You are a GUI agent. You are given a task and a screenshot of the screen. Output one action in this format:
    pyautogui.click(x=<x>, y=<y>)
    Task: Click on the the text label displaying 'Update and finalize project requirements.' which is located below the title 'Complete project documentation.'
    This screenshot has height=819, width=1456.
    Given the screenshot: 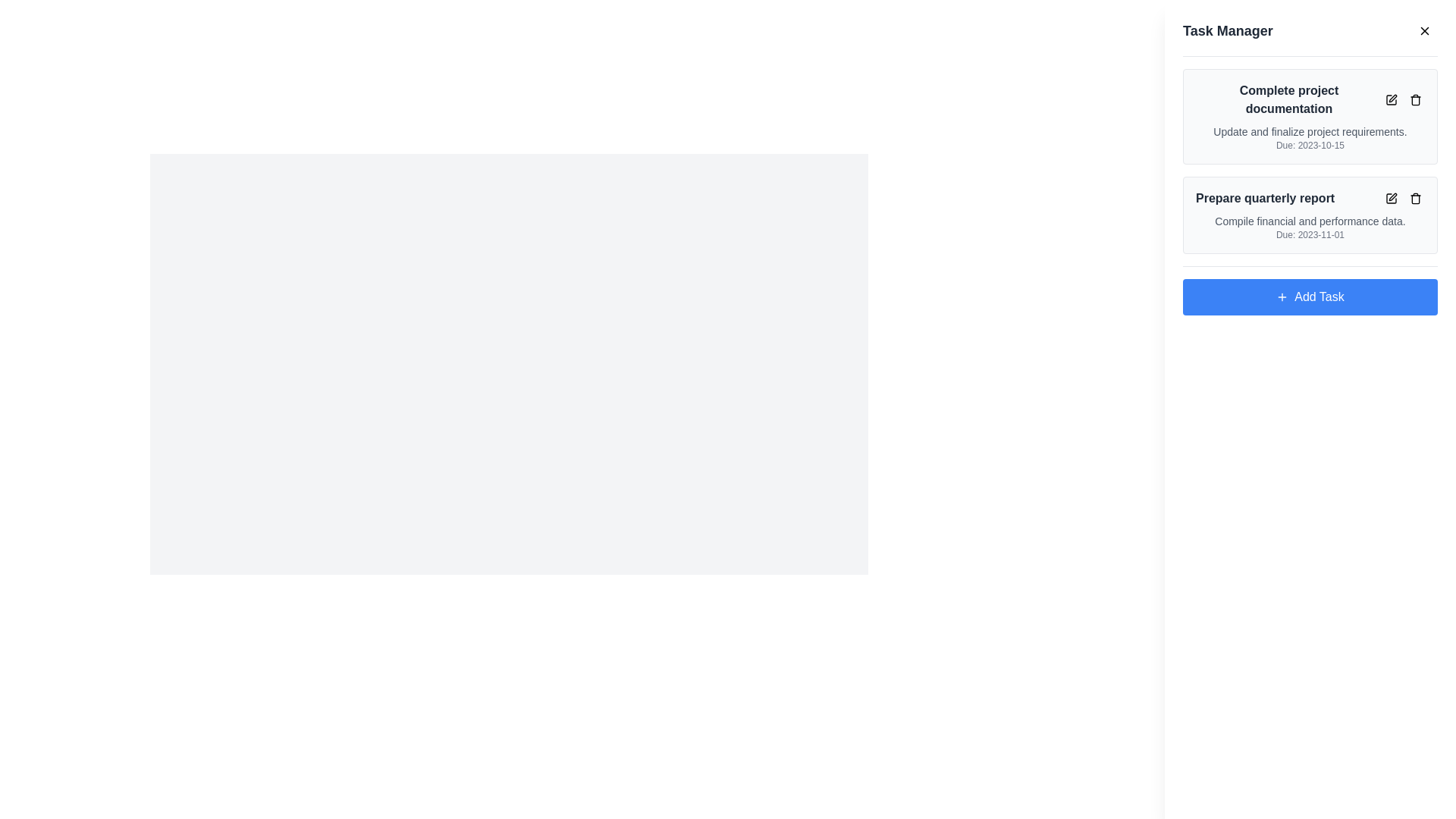 What is the action you would take?
    pyautogui.click(x=1310, y=130)
    